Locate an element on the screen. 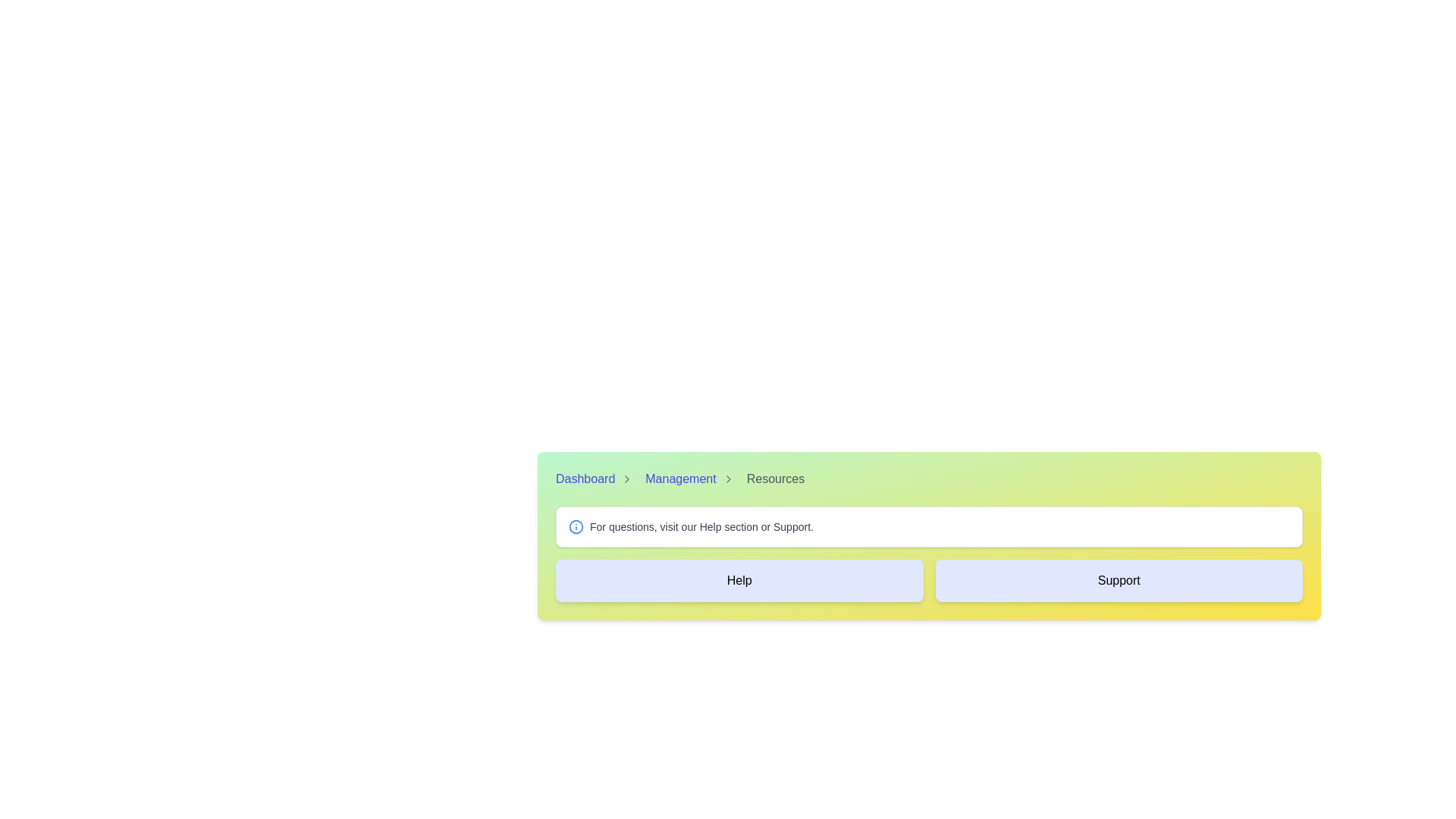 Image resolution: width=1456 pixels, height=819 pixels. the 'Dashboard' hyperlink element, which is styled in bold indigo-blue and underlined on hover, located in the breadcrumb navigation near the top of the interface is located at coordinates (585, 479).